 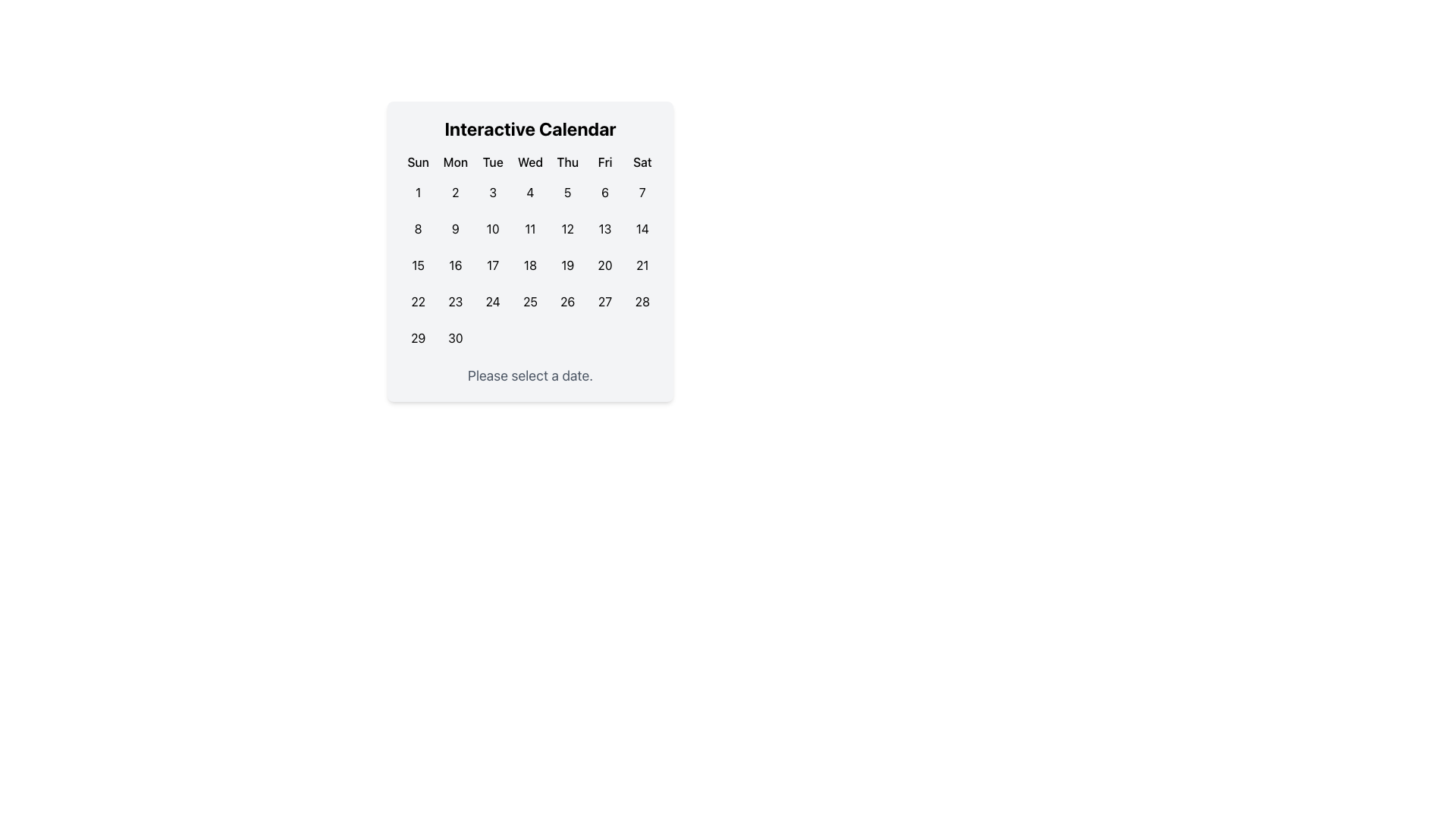 What do you see at coordinates (418, 301) in the screenshot?
I see `the calendar date cell displaying the number '22' in the first column of the fourth row` at bounding box center [418, 301].